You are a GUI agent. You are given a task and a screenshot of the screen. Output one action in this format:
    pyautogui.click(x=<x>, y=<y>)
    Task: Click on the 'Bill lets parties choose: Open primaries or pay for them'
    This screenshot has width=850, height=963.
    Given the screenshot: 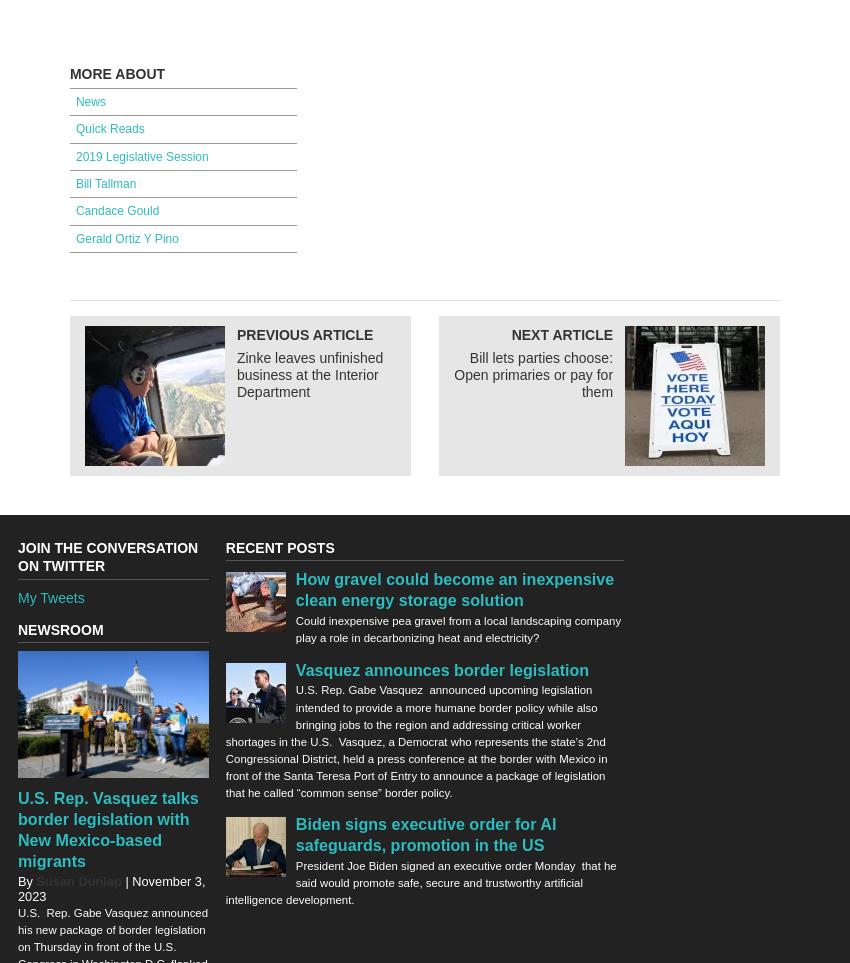 What is the action you would take?
    pyautogui.click(x=452, y=373)
    